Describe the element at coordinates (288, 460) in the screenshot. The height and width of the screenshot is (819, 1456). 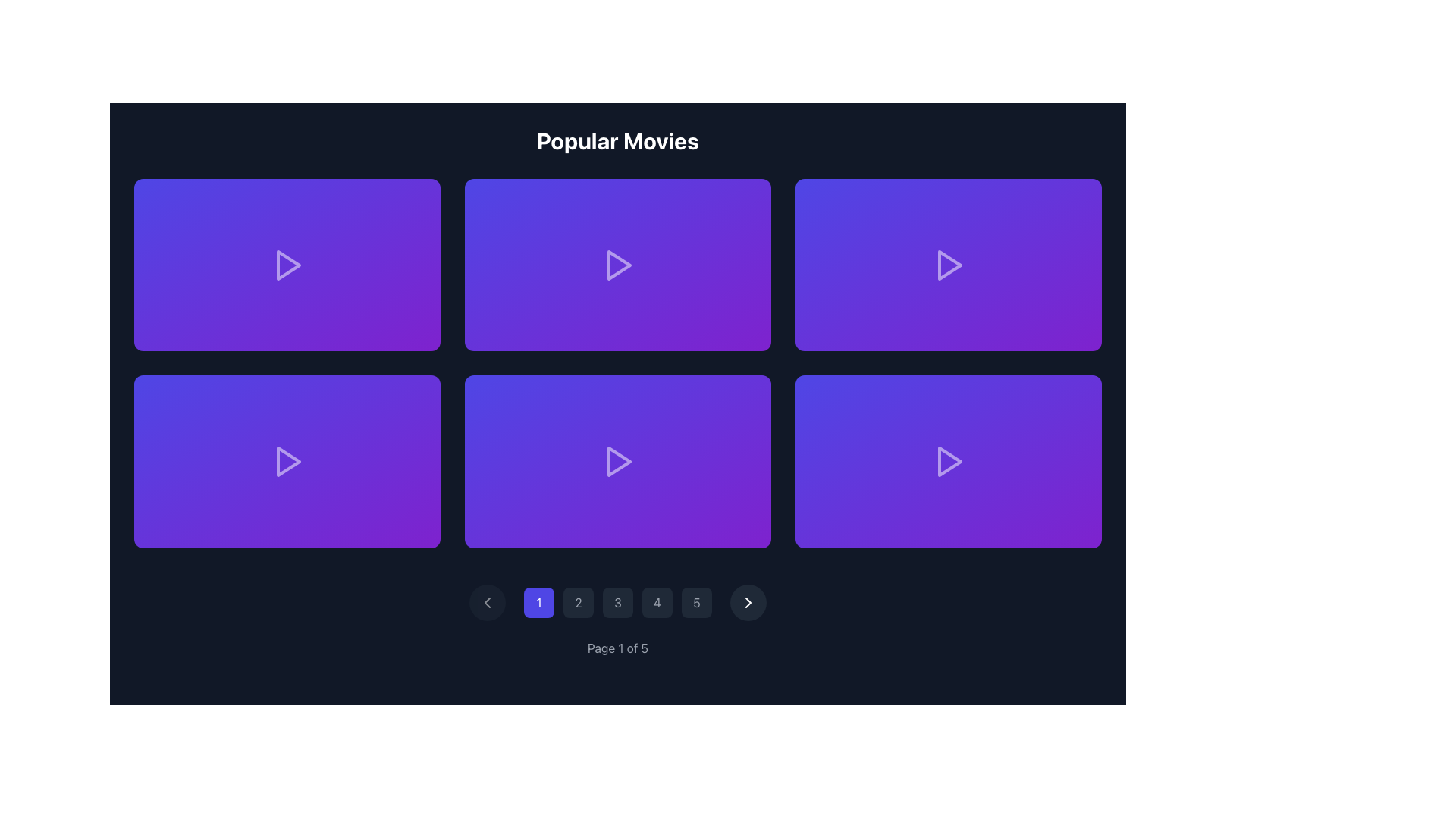
I see `the play icon, which is a small triangular shape outlined and centered in a purple rectangular background, located in the second row, first column of the grid layout` at that location.